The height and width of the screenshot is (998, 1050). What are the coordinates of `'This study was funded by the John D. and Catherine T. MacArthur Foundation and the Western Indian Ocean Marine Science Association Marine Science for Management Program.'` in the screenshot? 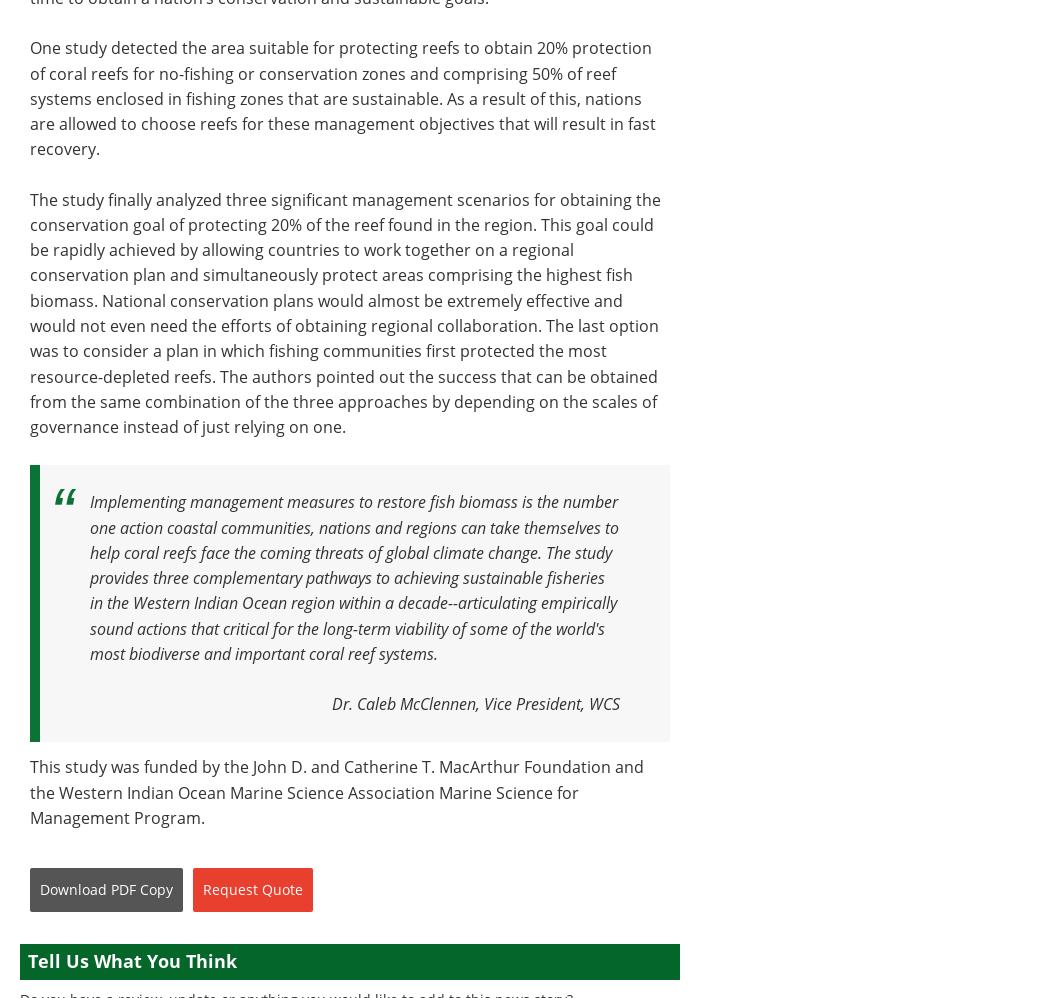 It's located at (337, 791).